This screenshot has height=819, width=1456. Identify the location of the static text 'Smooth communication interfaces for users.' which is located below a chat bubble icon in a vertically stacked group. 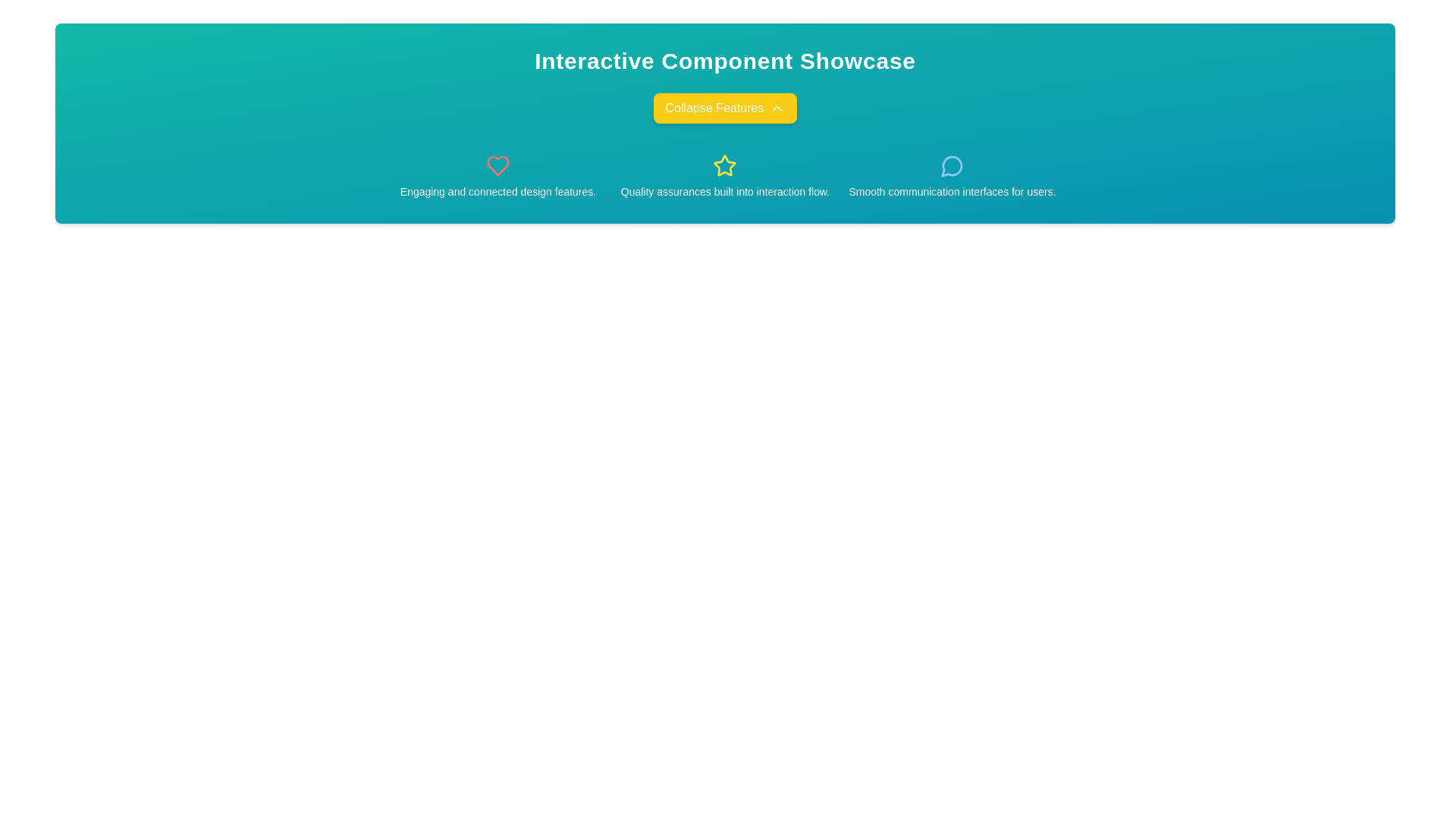
(952, 191).